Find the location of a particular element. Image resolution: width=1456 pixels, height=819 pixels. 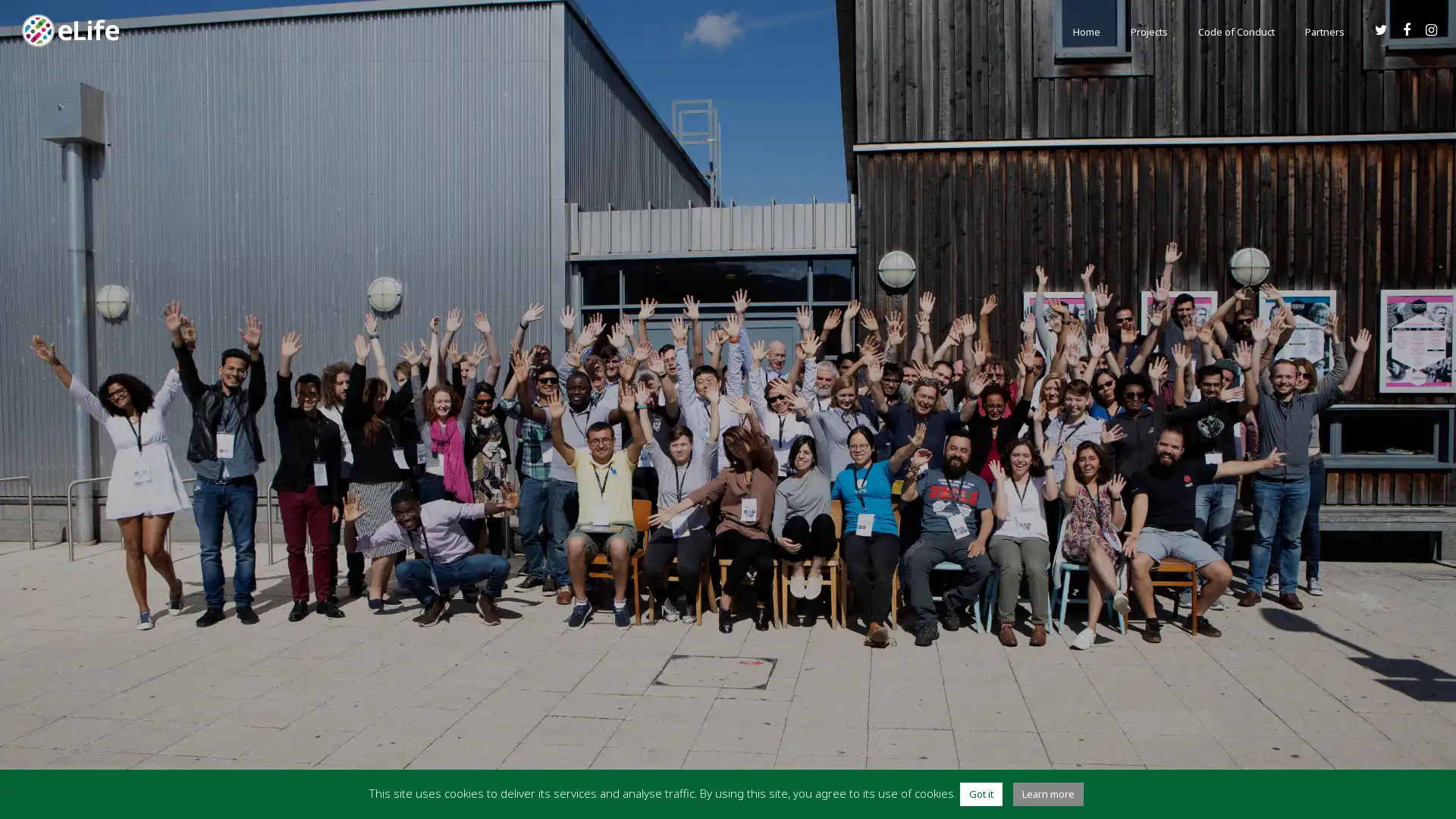

Got it is located at coordinates (980, 793).